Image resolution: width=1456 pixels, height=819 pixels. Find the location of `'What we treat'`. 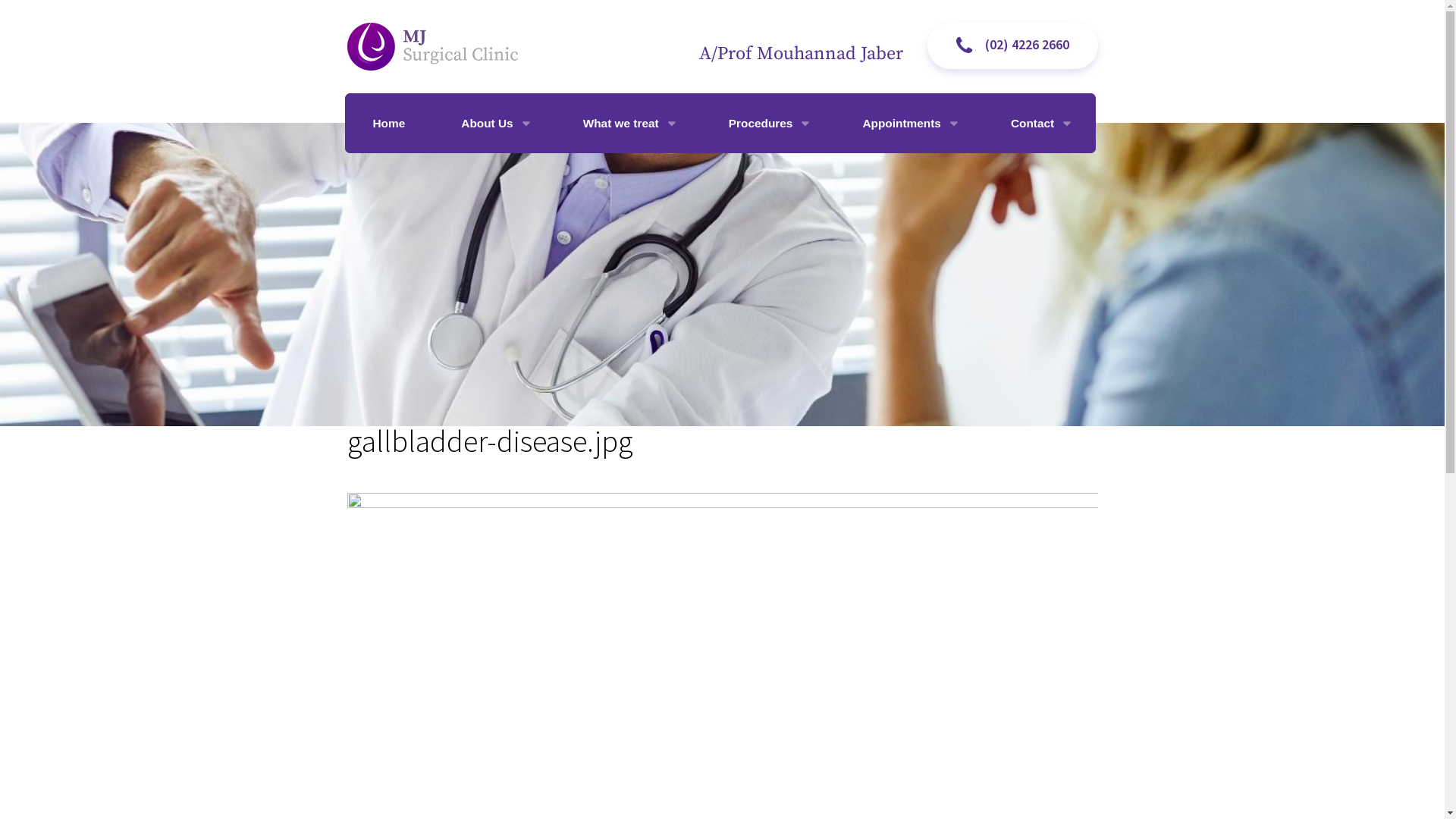

'What we treat' is located at coordinates (628, 122).